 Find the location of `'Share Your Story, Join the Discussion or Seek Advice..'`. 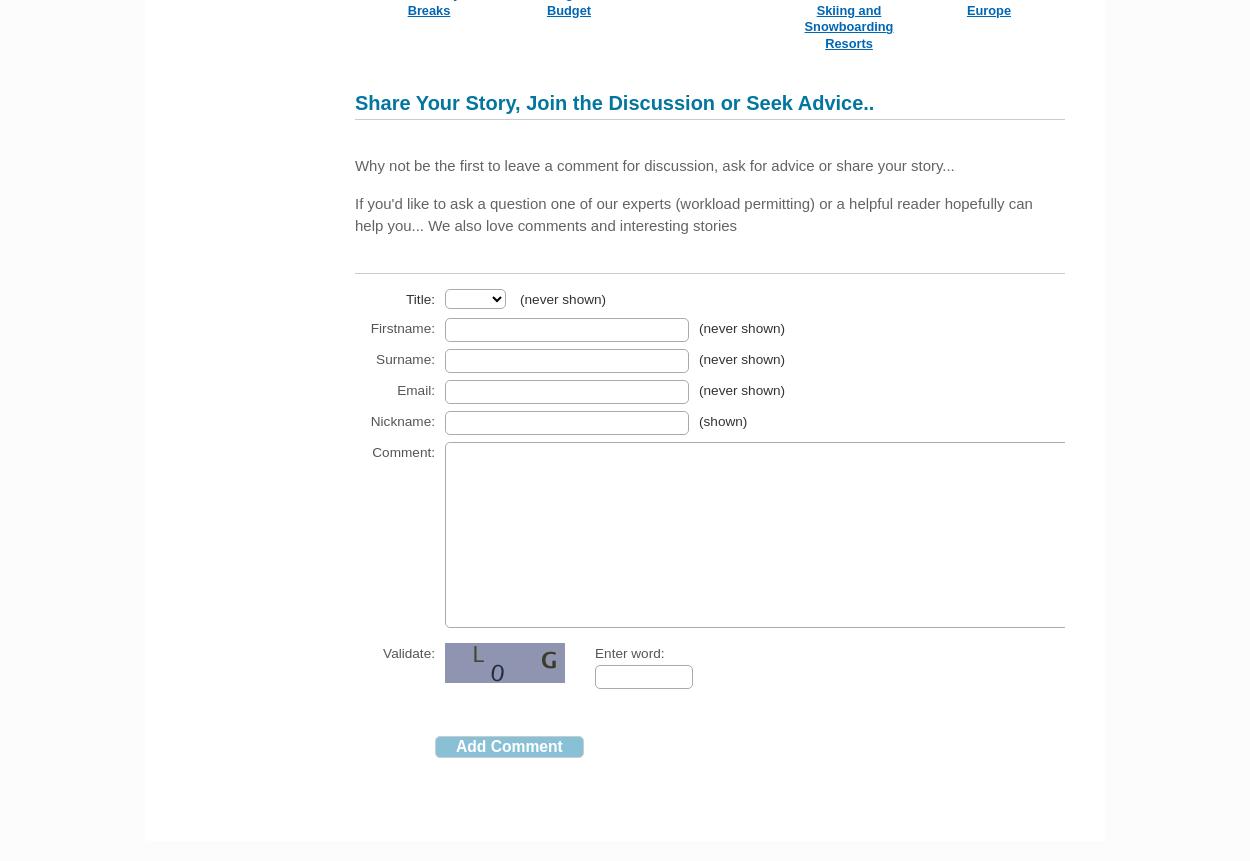

'Share Your Story, Join the Discussion or Seek Advice..' is located at coordinates (613, 101).